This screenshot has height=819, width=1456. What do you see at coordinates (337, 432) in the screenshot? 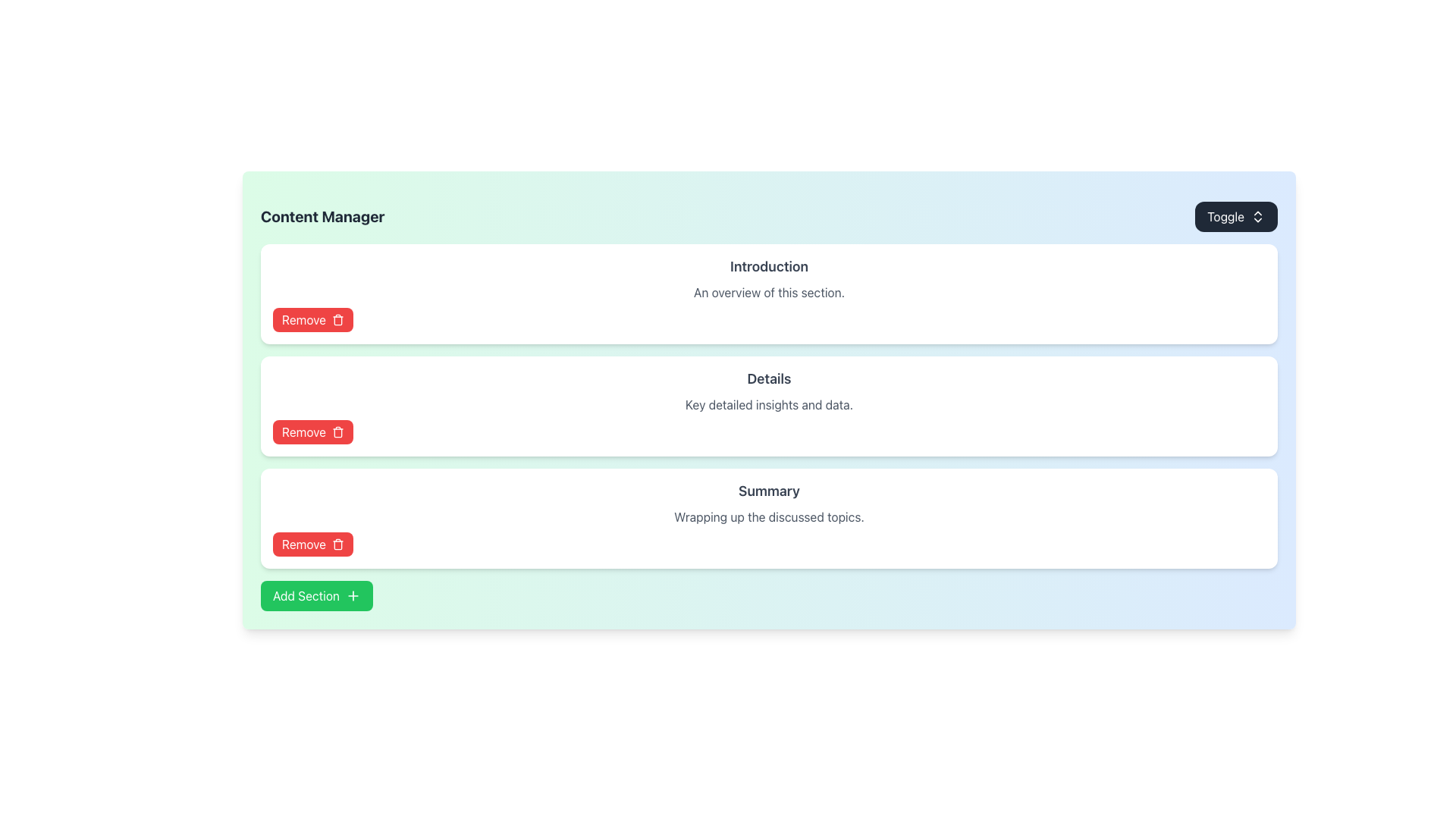
I see `the trash can icon with a red background and white stroke, located inside the third 'Remove' button from the top of the list` at bounding box center [337, 432].